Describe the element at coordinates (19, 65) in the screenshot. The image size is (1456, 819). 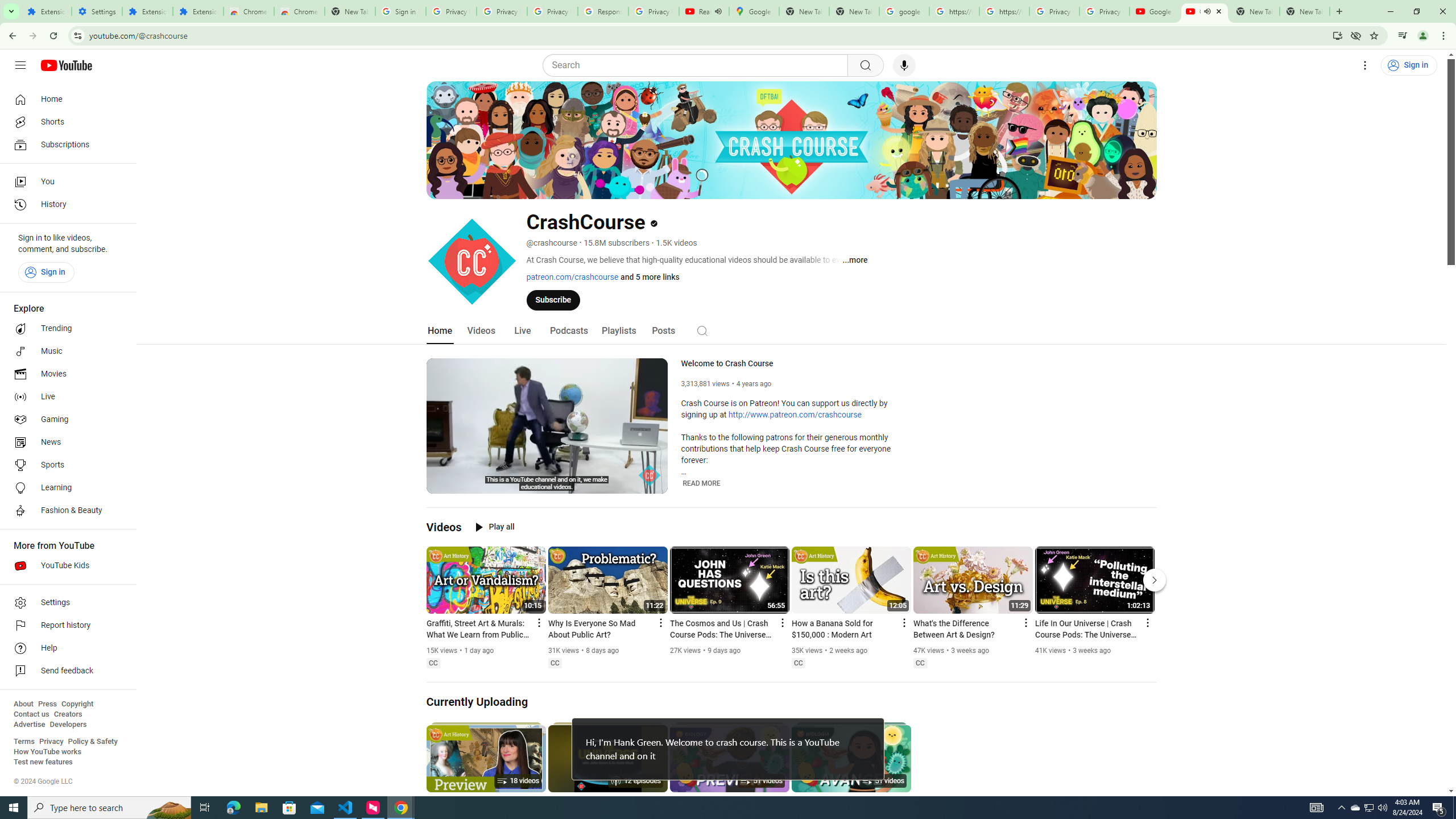
I see `'Guide'` at that location.